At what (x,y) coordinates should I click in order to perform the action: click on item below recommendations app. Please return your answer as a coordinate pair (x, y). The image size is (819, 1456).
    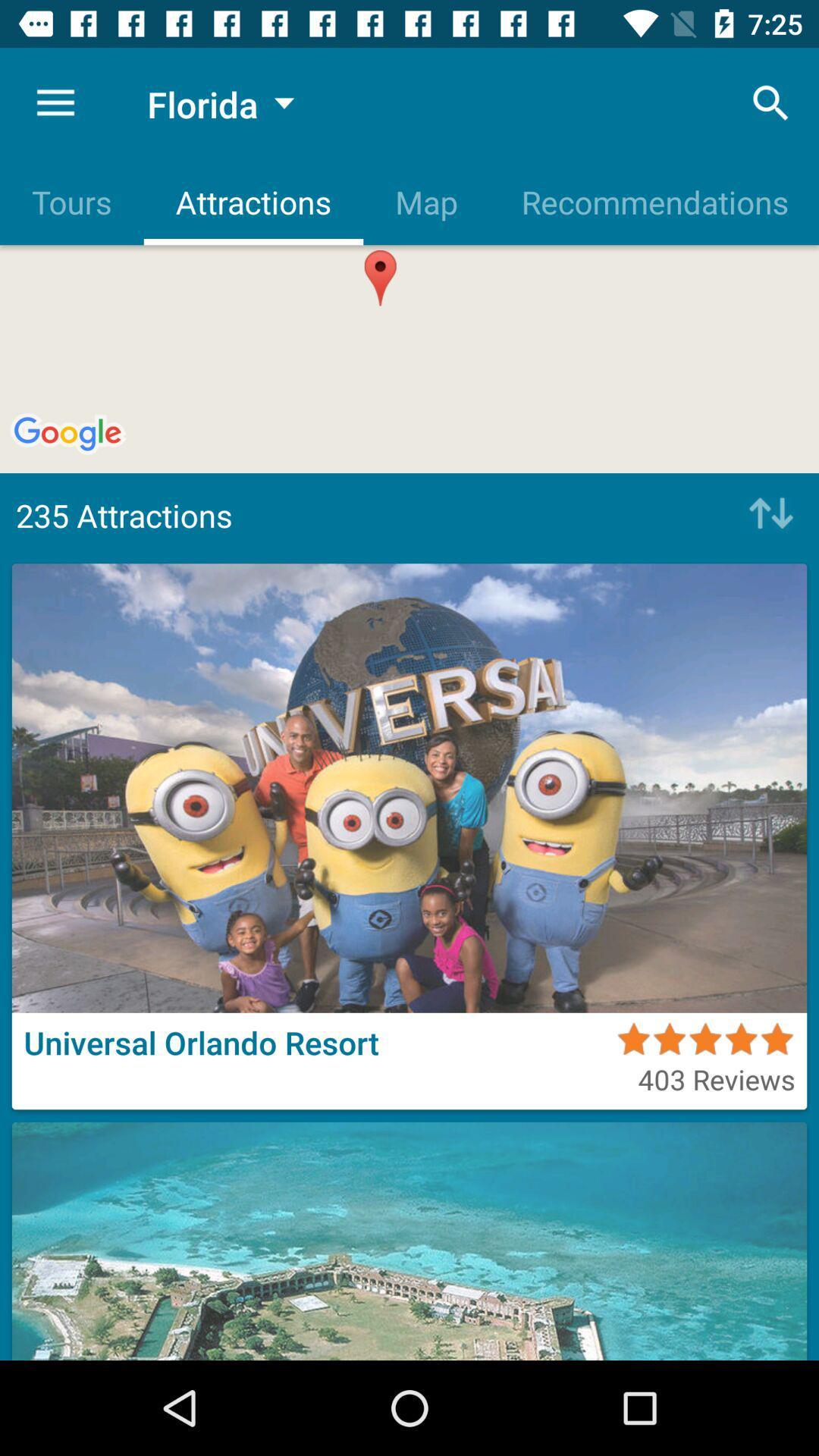
    Looking at the image, I should click on (767, 515).